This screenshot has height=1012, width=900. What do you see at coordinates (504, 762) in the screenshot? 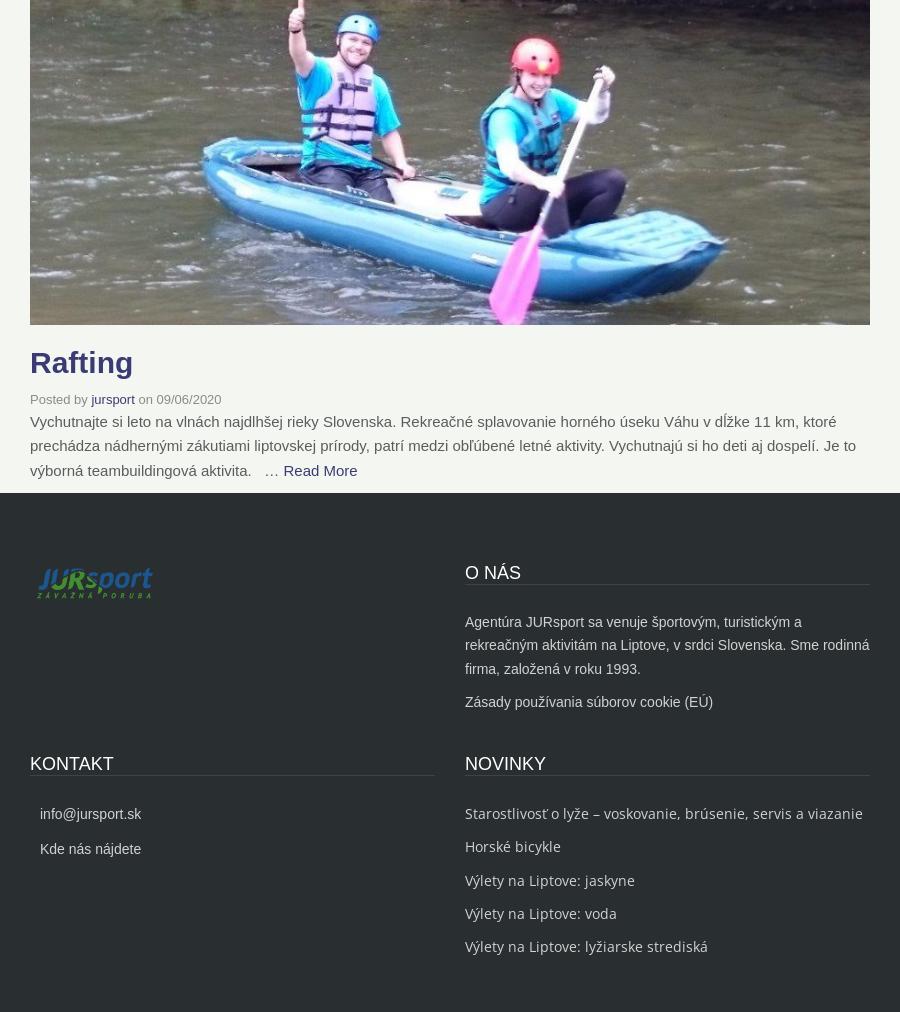
I see `'NOVINKY'` at bounding box center [504, 762].